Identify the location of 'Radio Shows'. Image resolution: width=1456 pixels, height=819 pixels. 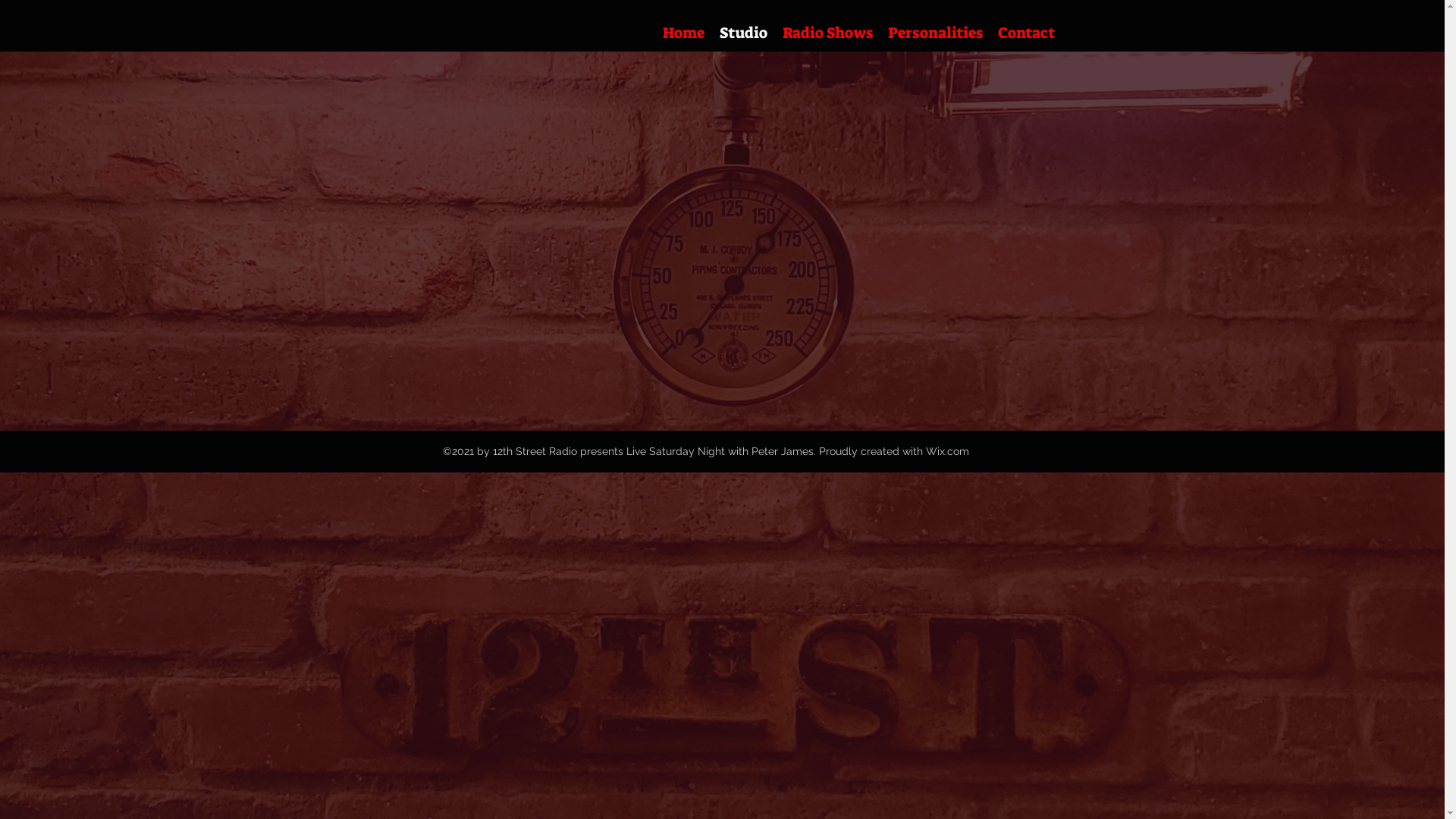
(827, 32).